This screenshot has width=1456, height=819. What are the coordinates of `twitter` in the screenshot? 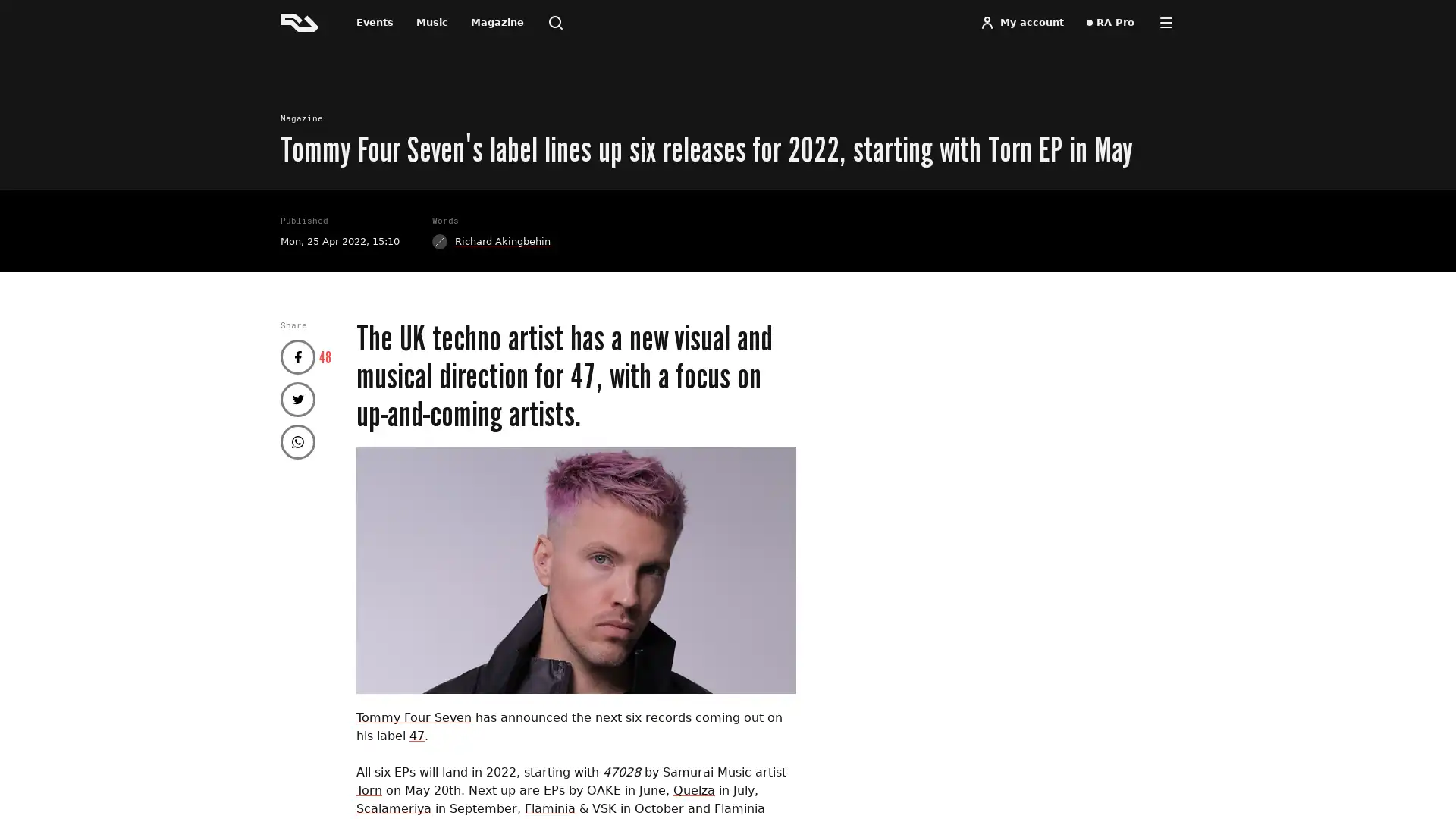 It's located at (298, 397).